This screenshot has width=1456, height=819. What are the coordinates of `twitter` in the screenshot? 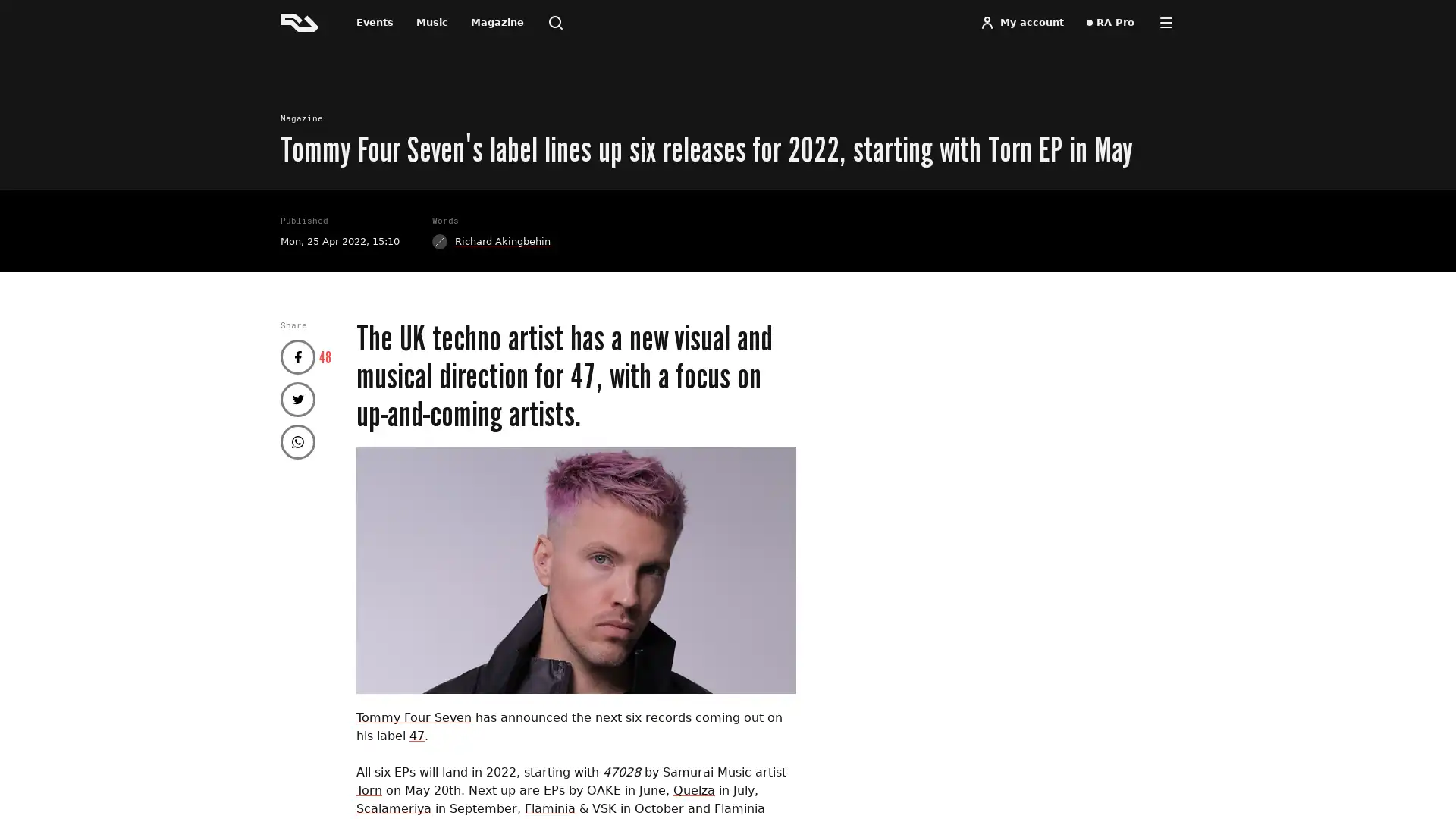 It's located at (298, 397).